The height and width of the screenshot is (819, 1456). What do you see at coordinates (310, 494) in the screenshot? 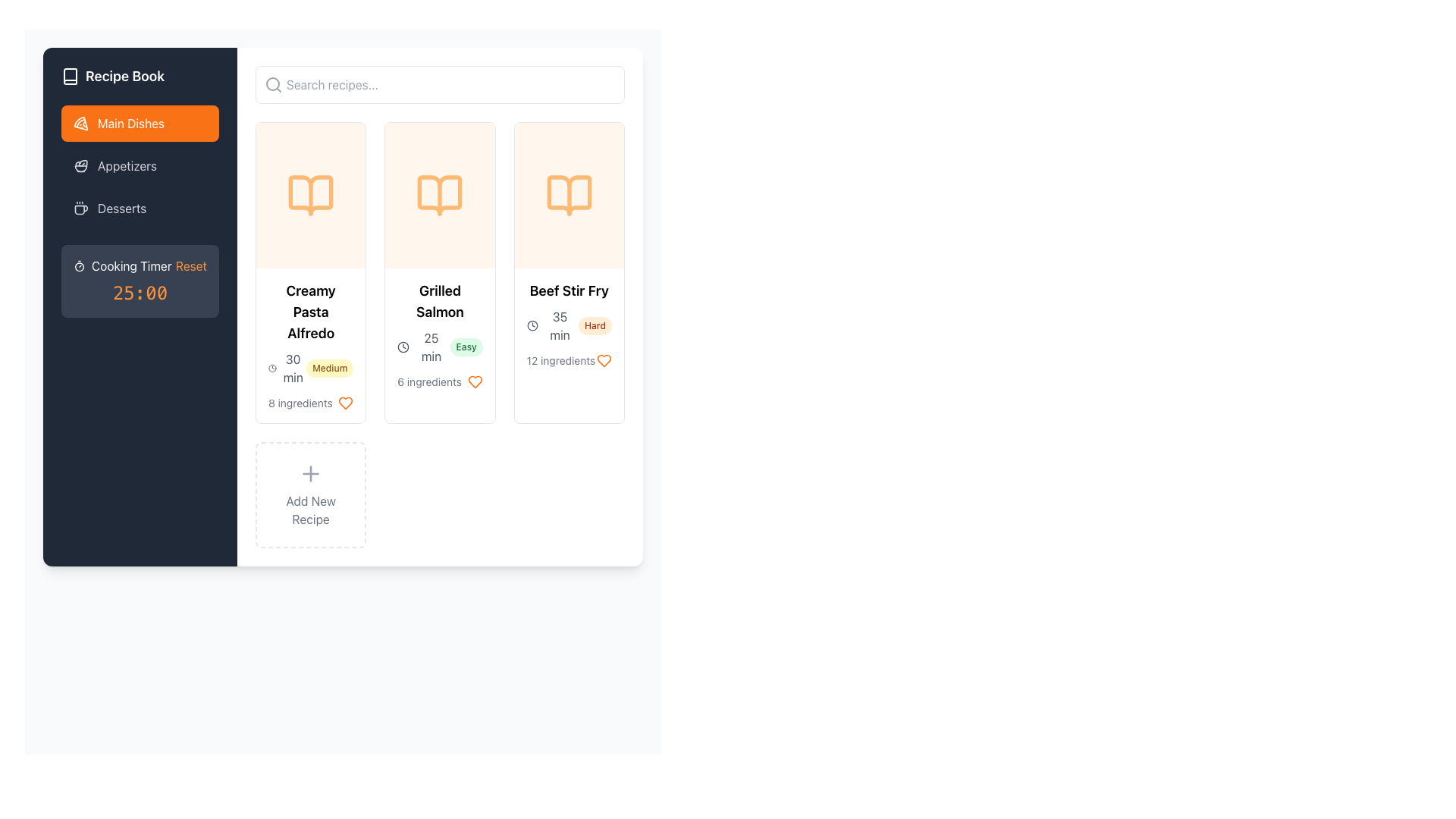
I see `the 'Add New Recipe' button with a dashed border and a centered '+' icon to change the border color` at bounding box center [310, 494].